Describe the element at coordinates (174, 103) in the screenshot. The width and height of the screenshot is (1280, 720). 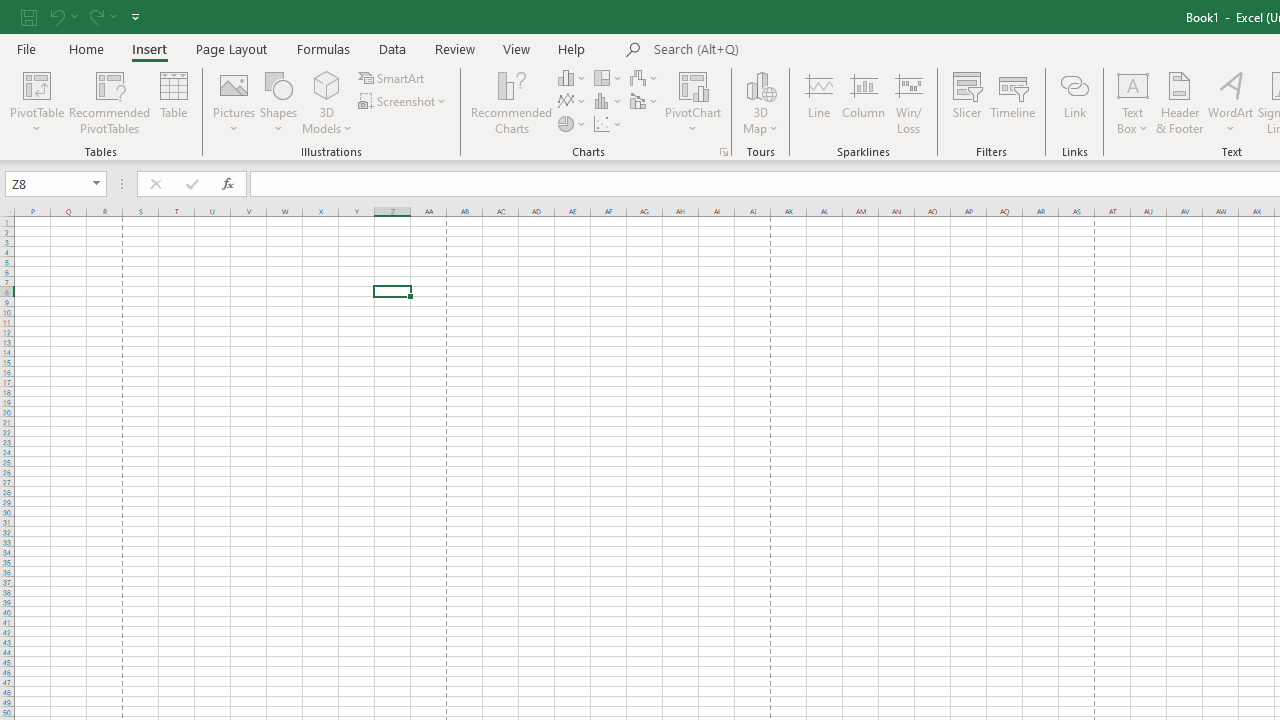
I see `'Table'` at that location.